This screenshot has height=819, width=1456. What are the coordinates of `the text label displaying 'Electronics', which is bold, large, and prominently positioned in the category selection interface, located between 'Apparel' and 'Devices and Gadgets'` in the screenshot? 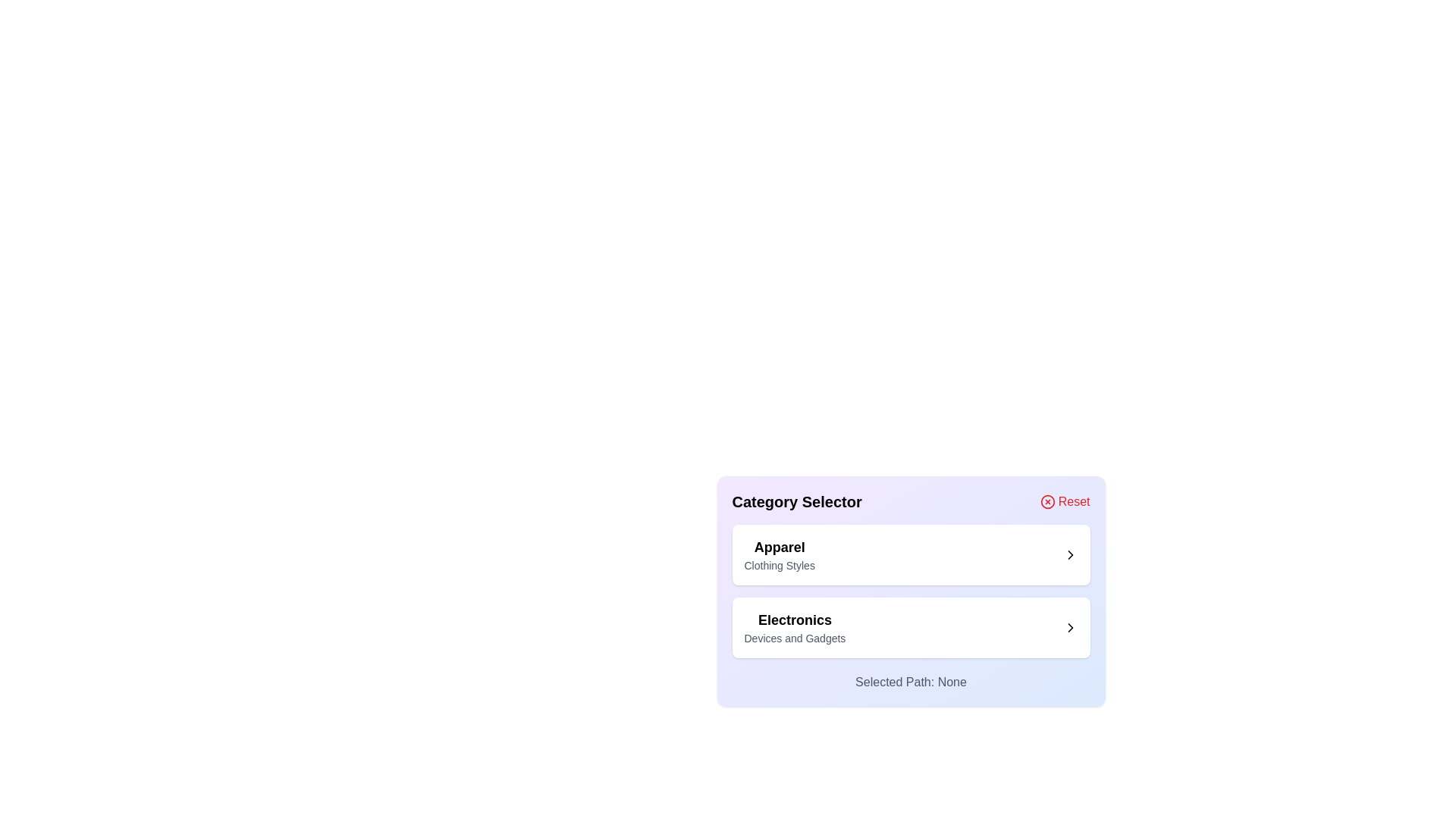 It's located at (794, 620).